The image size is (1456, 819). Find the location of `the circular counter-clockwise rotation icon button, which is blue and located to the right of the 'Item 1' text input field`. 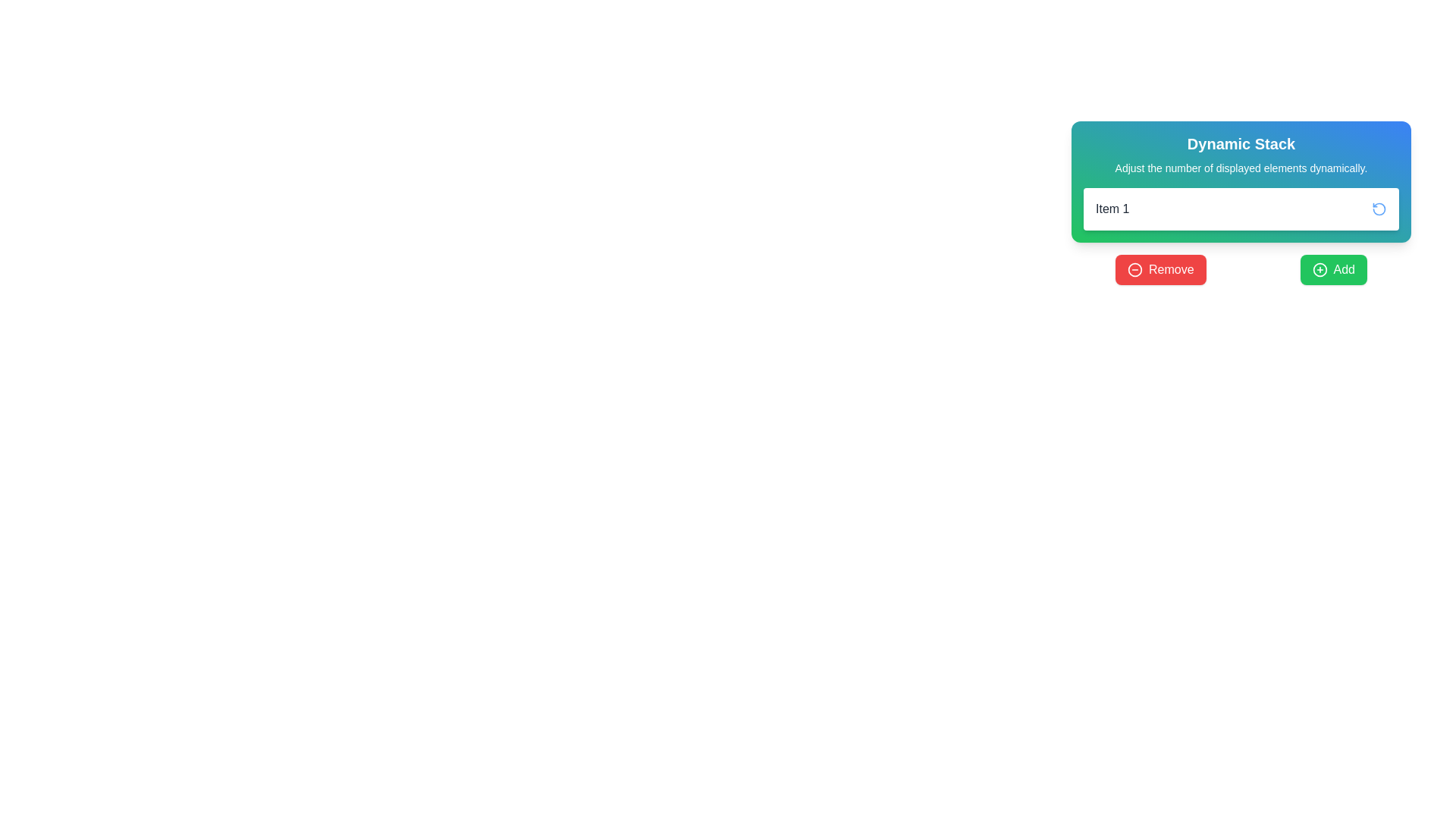

the circular counter-clockwise rotation icon button, which is blue and located to the right of the 'Item 1' text input field is located at coordinates (1379, 209).